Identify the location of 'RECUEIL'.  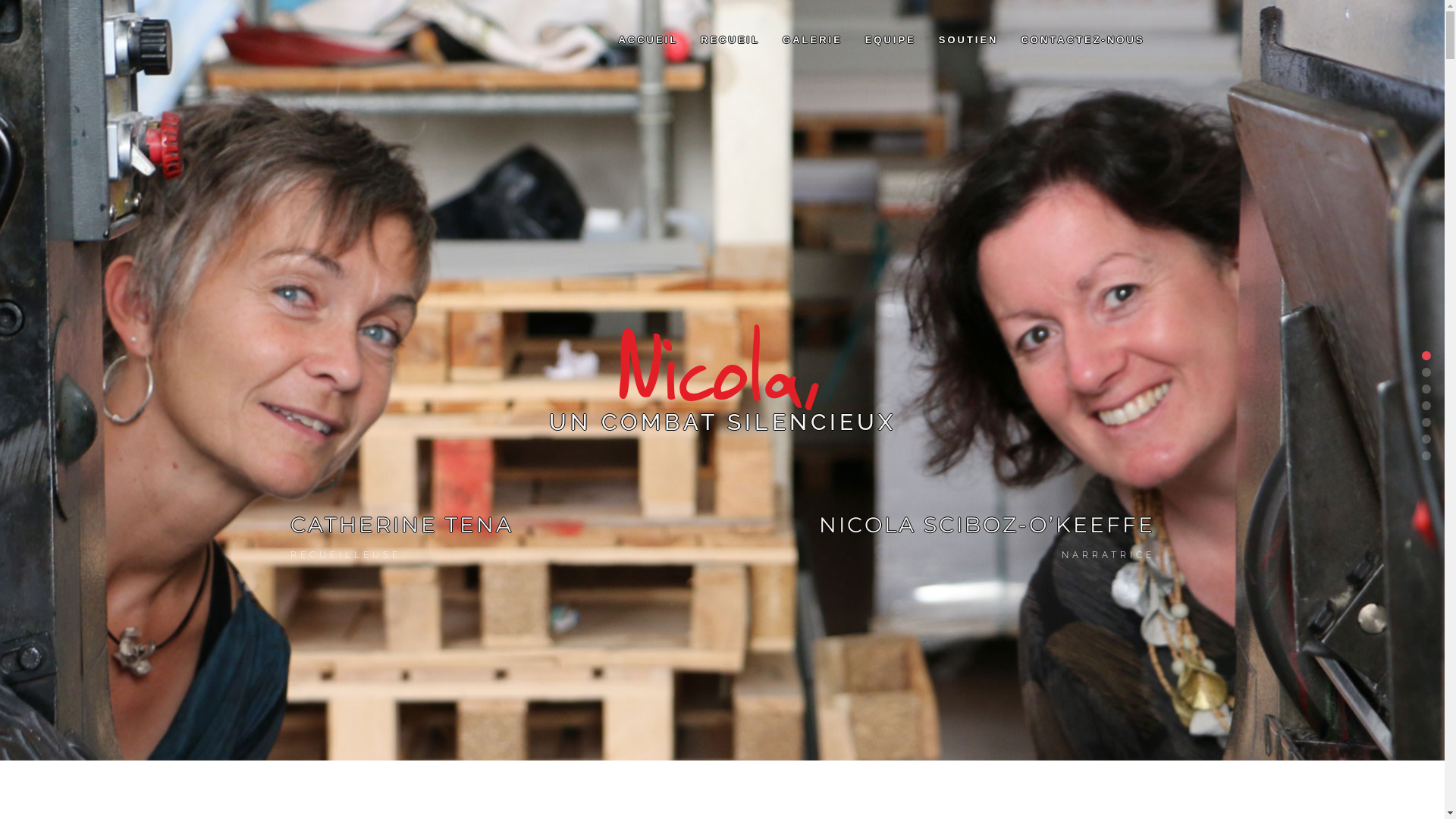
(730, 39).